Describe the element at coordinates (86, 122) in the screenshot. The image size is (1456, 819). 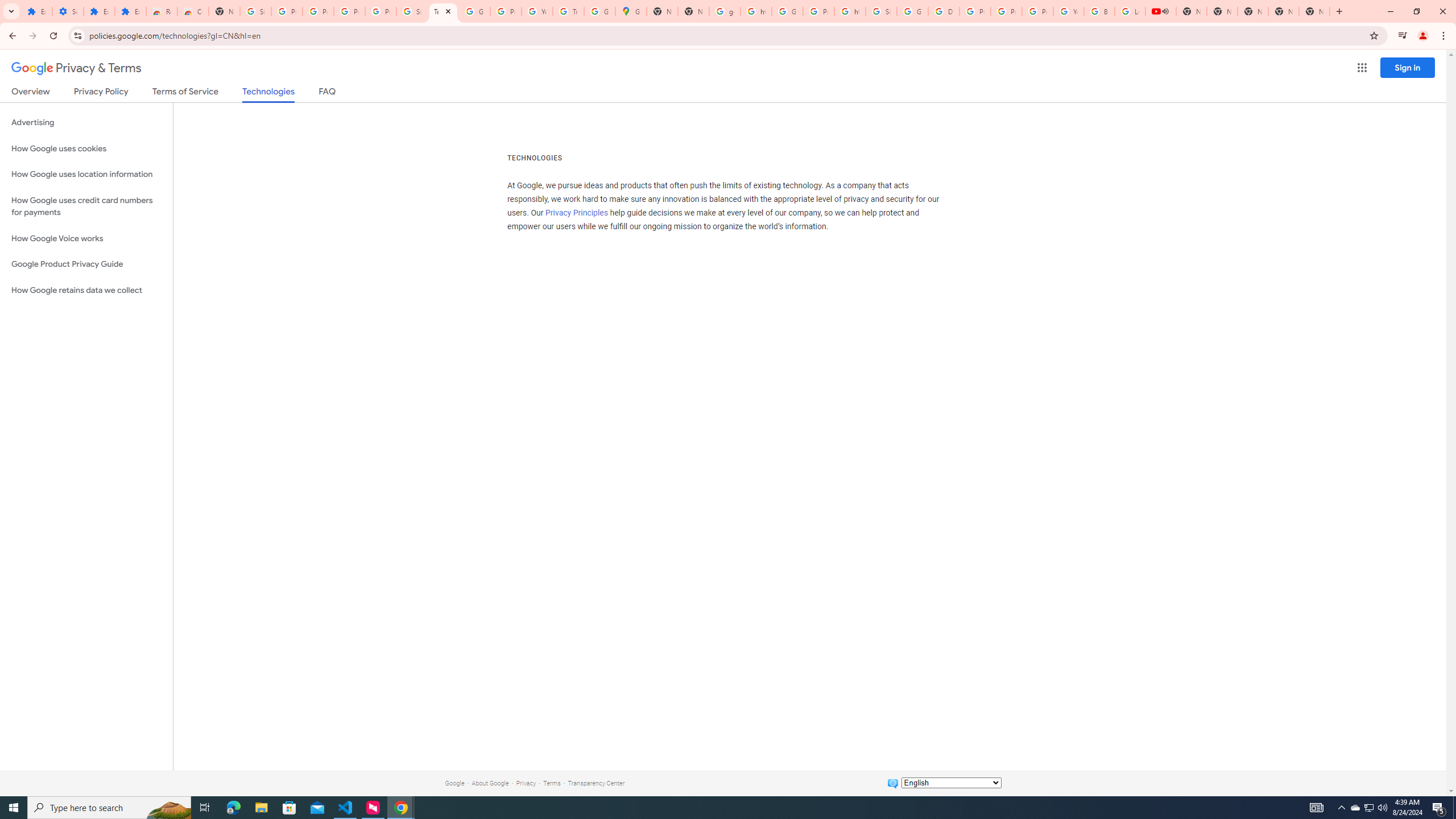
I see `'Advertising'` at that location.